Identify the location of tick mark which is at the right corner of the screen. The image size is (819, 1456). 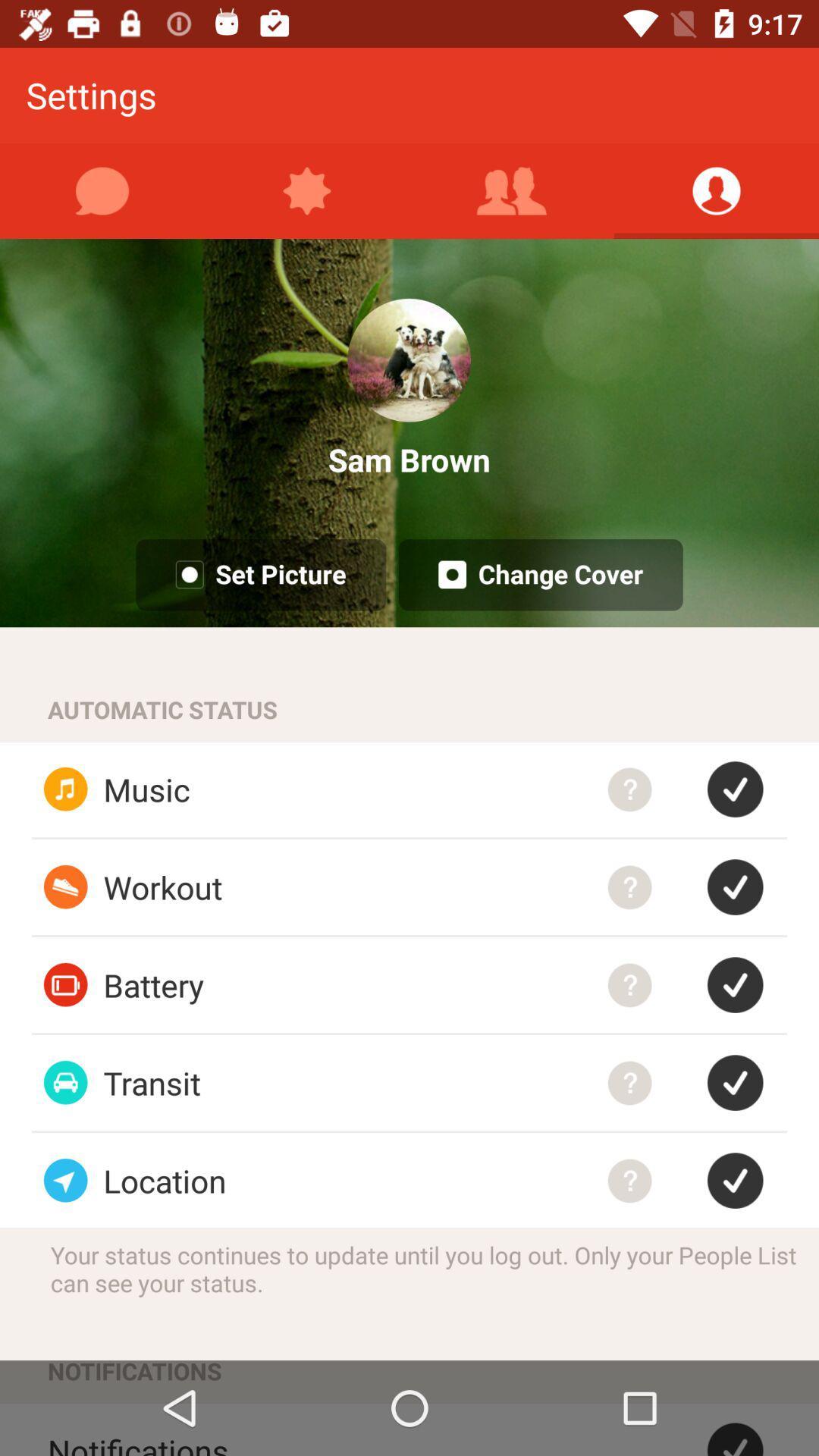
(746, 1429).